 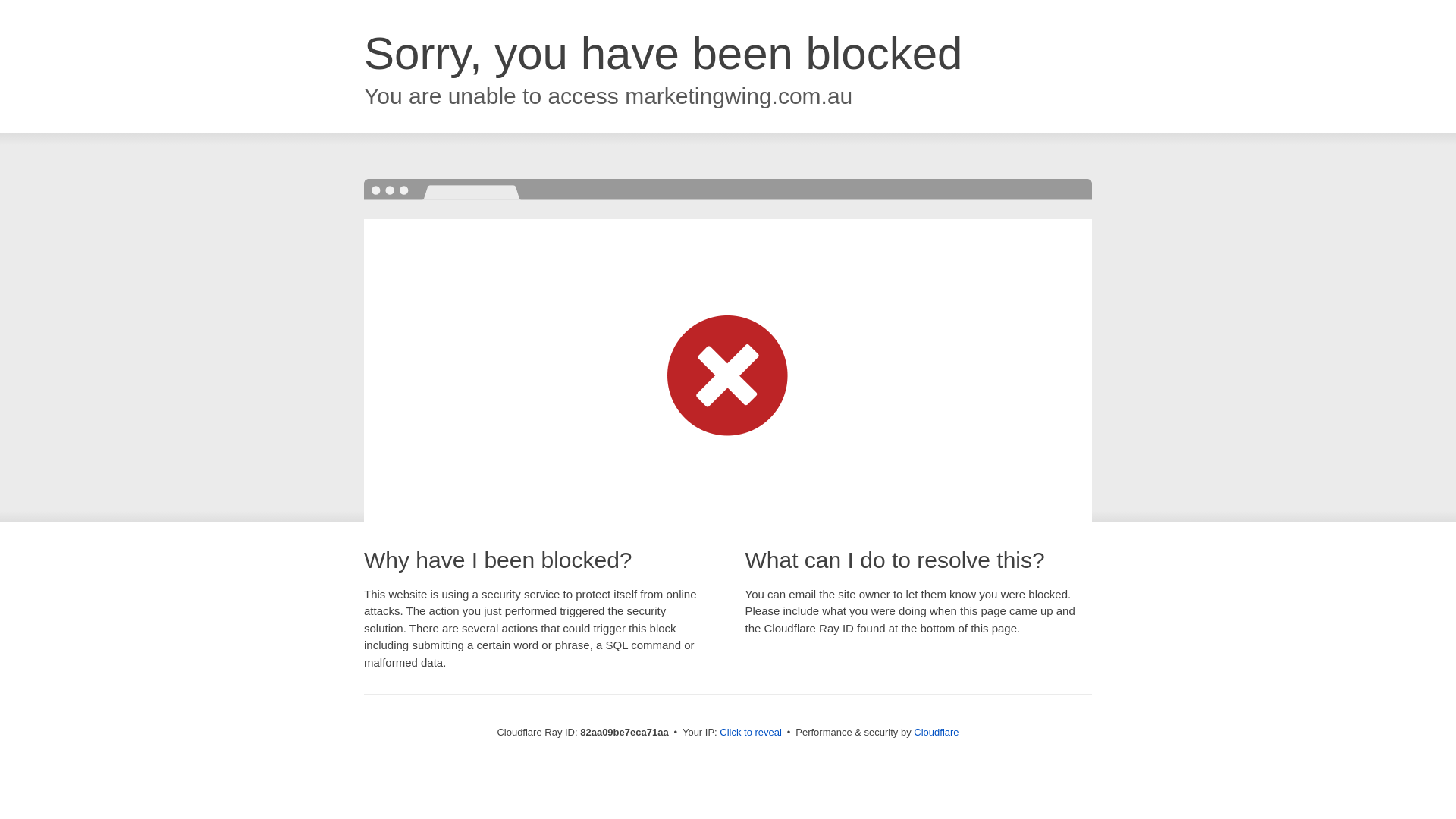 I want to click on 'Click to reveal', so click(x=719, y=731).